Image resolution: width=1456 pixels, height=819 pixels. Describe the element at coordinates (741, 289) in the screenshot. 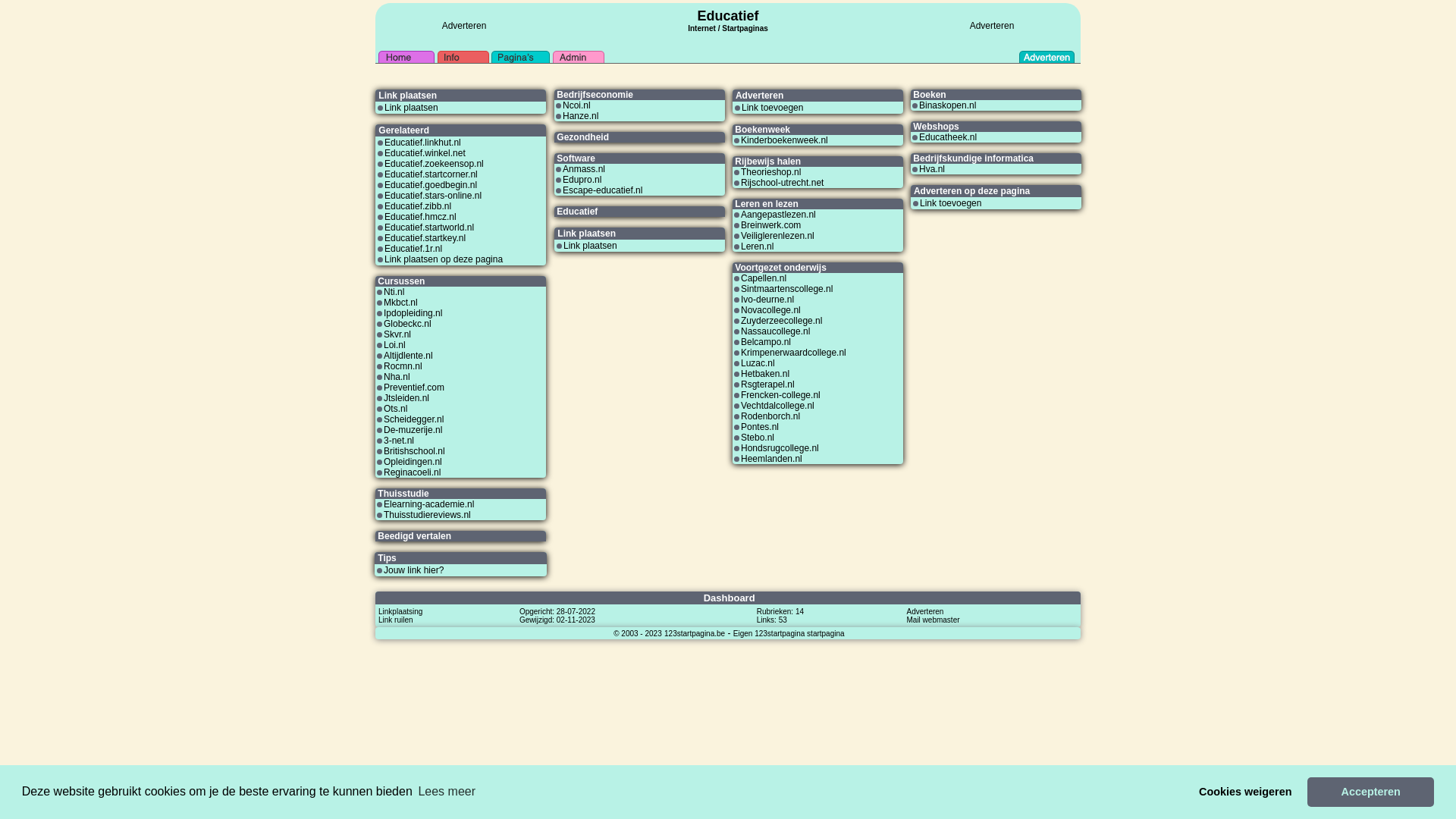

I see `'Sintmaartenscollege.nl'` at that location.